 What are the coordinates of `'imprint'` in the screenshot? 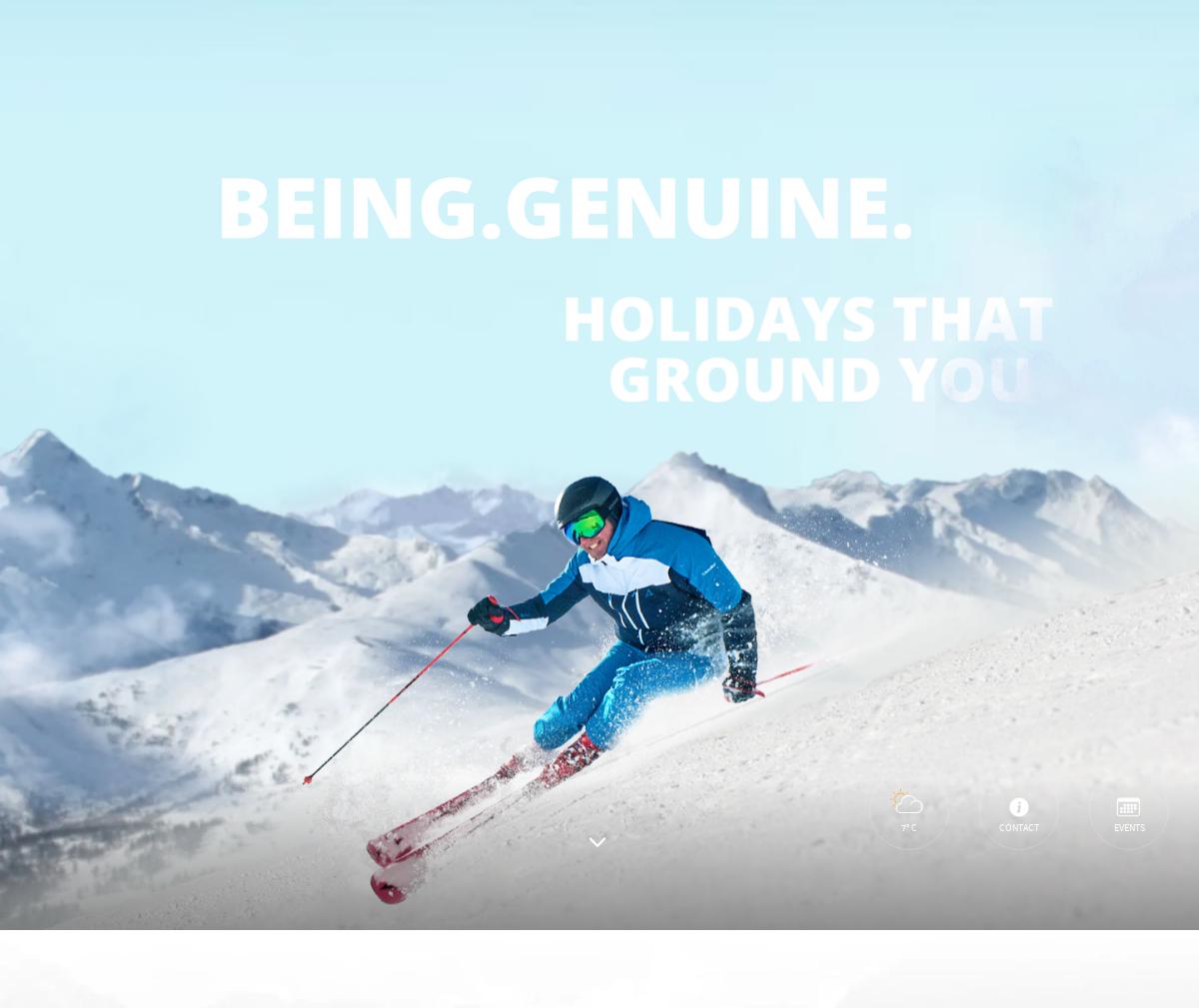 It's located at (96, 793).